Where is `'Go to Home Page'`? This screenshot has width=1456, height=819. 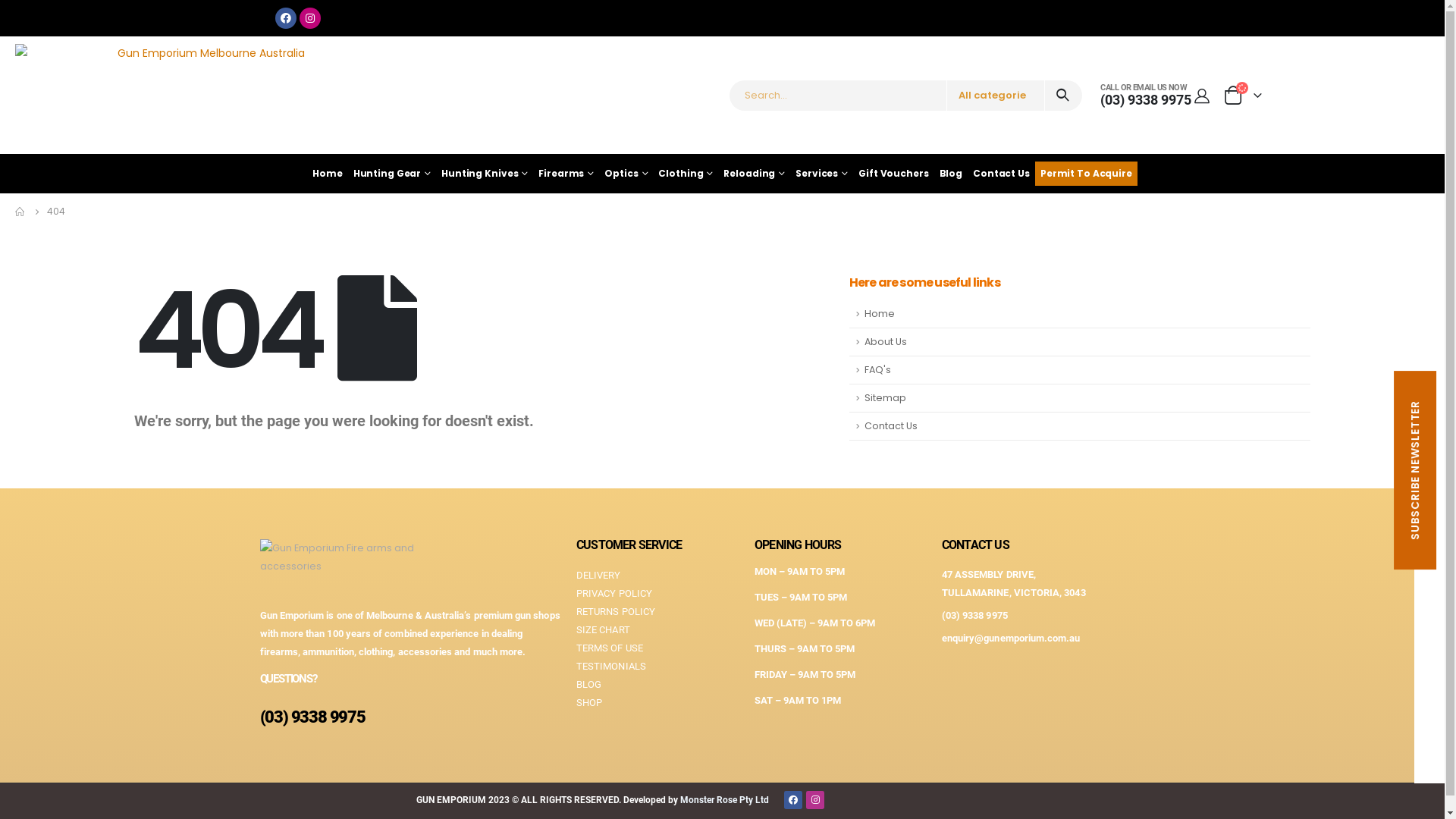 'Go to Home Page' is located at coordinates (20, 211).